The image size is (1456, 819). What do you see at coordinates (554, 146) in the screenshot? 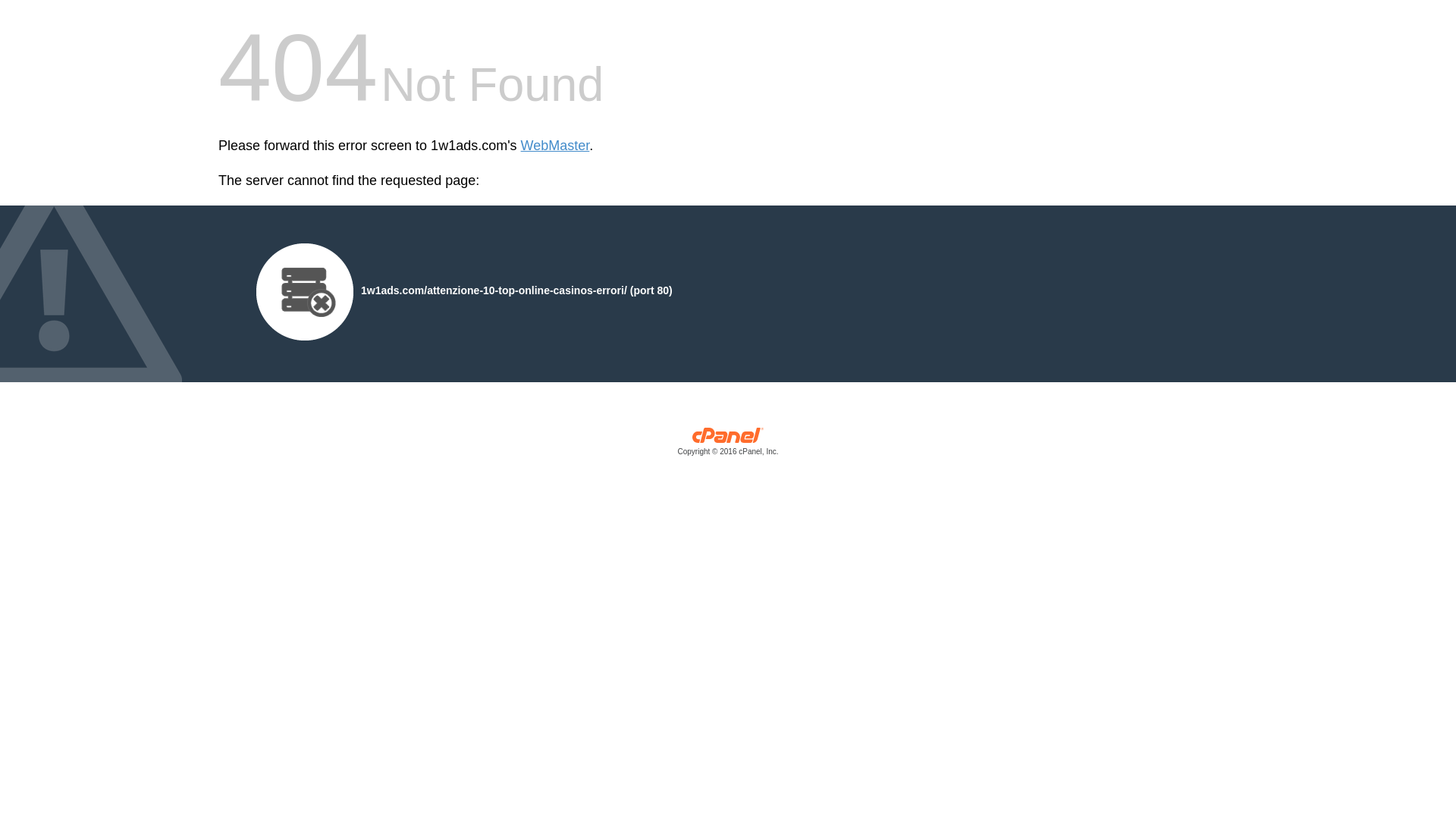
I see `'WebMaster'` at bounding box center [554, 146].